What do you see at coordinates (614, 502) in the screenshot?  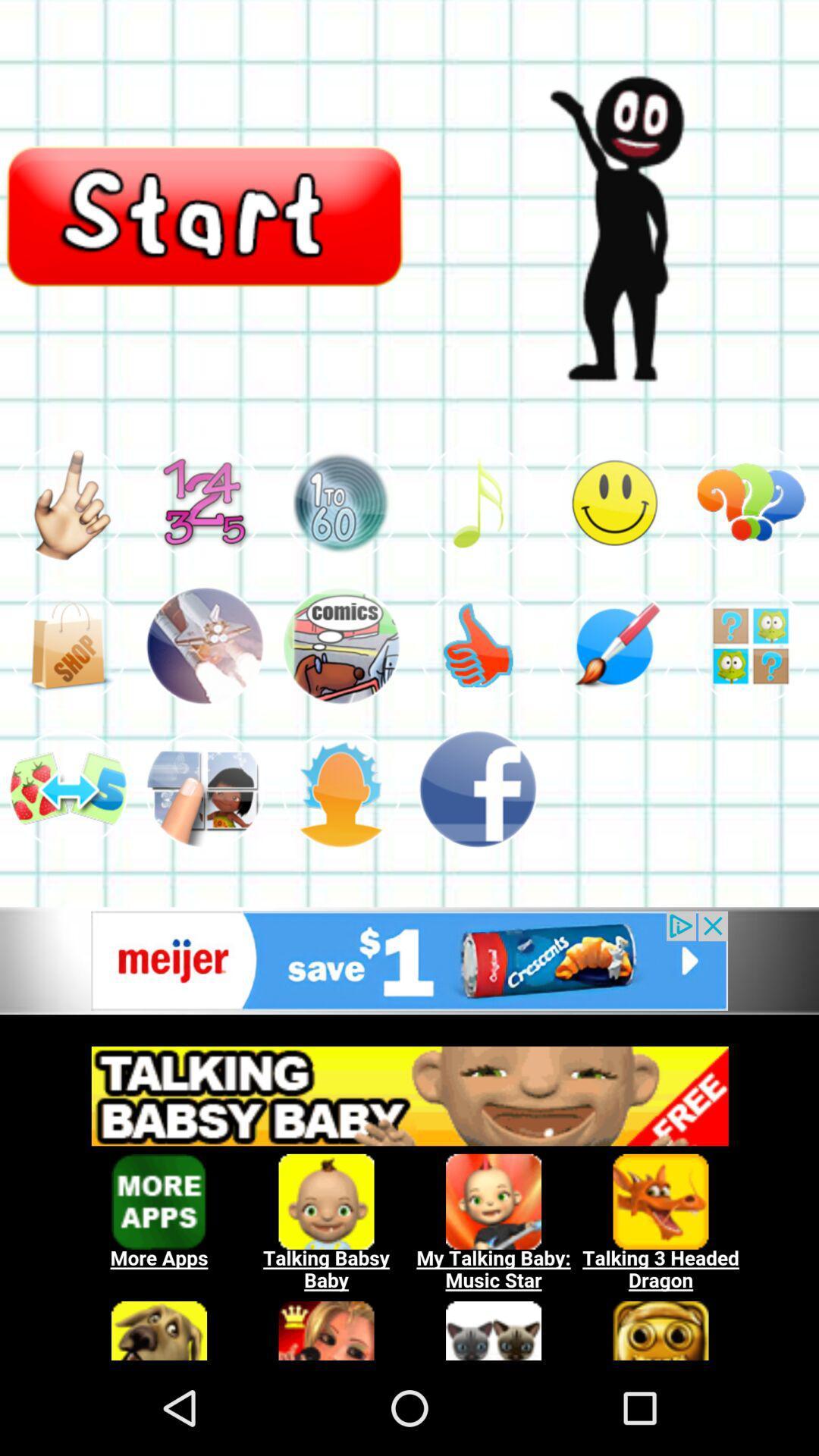 I see `smile emoji` at bounding box center [614, 502].